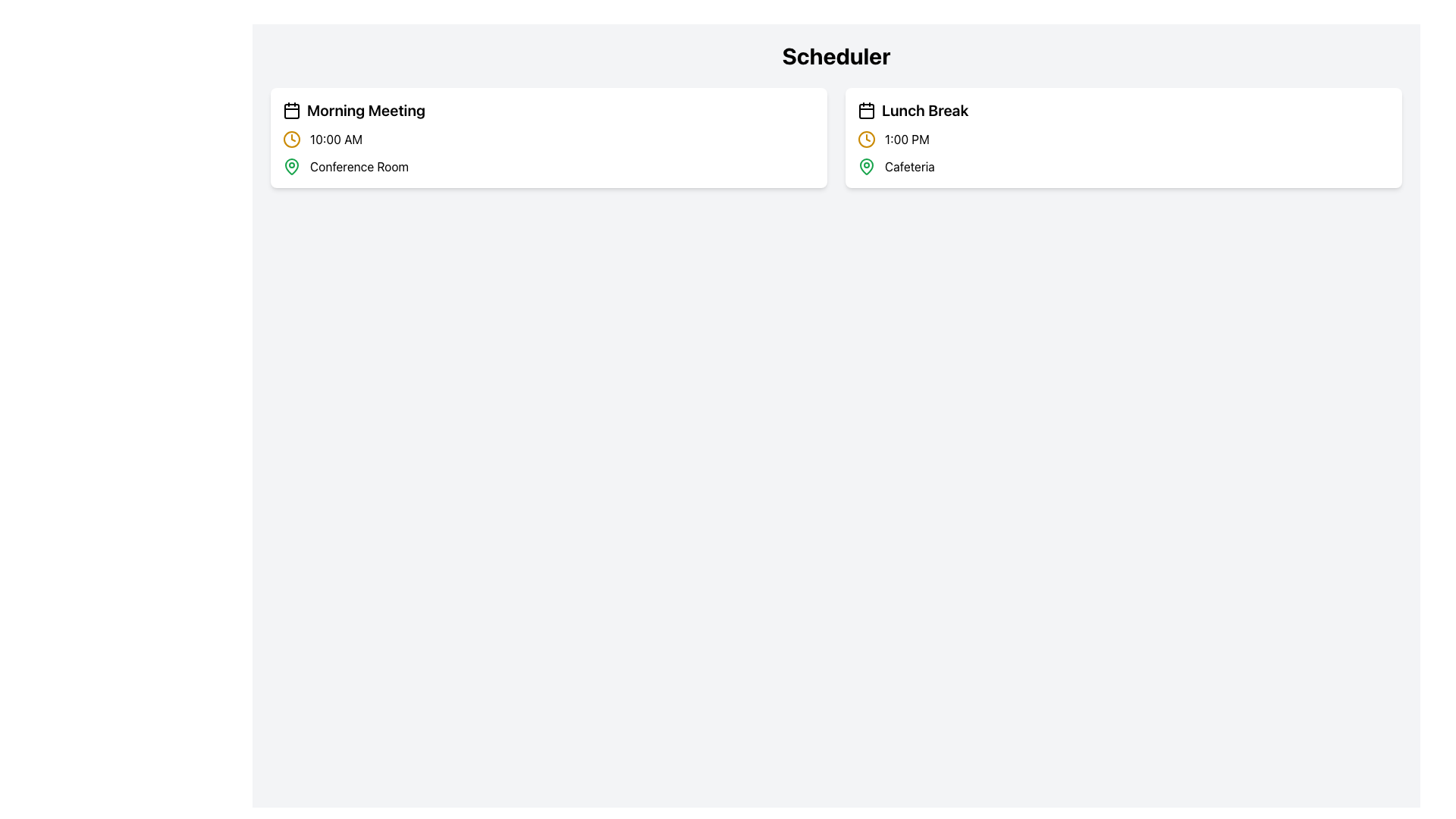 The image size is (1456, 819). What do you see at coordinates (907, 140) in the screenshot?
I see `the static text label displaying '1:00 PM', which is located within the 'Lunch Break' card, adjacent to a yellow clock icon and above the word 'Cafeteria'` at bounding box center [907, 140].